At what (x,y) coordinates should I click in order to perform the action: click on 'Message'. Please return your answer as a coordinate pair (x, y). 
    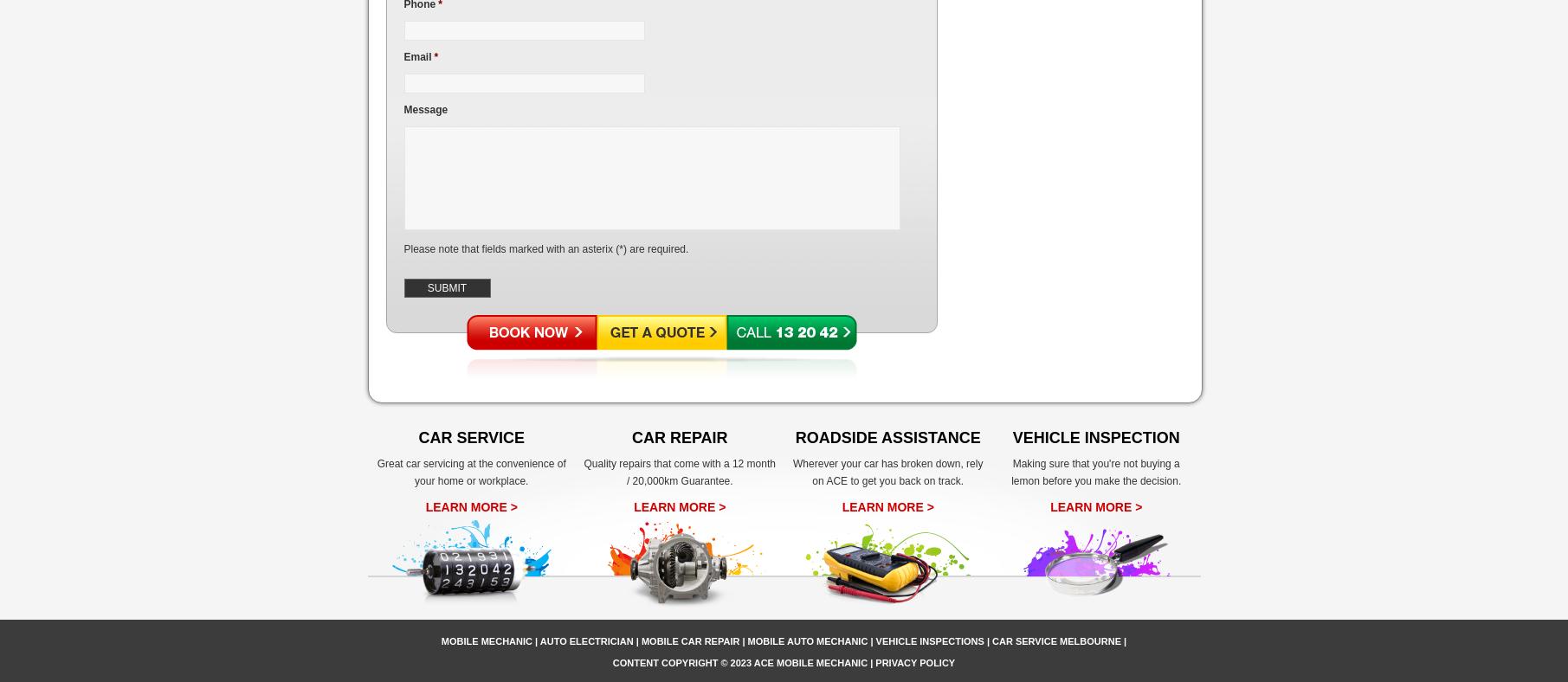
    Looking at the image, I should click on (403, 109).